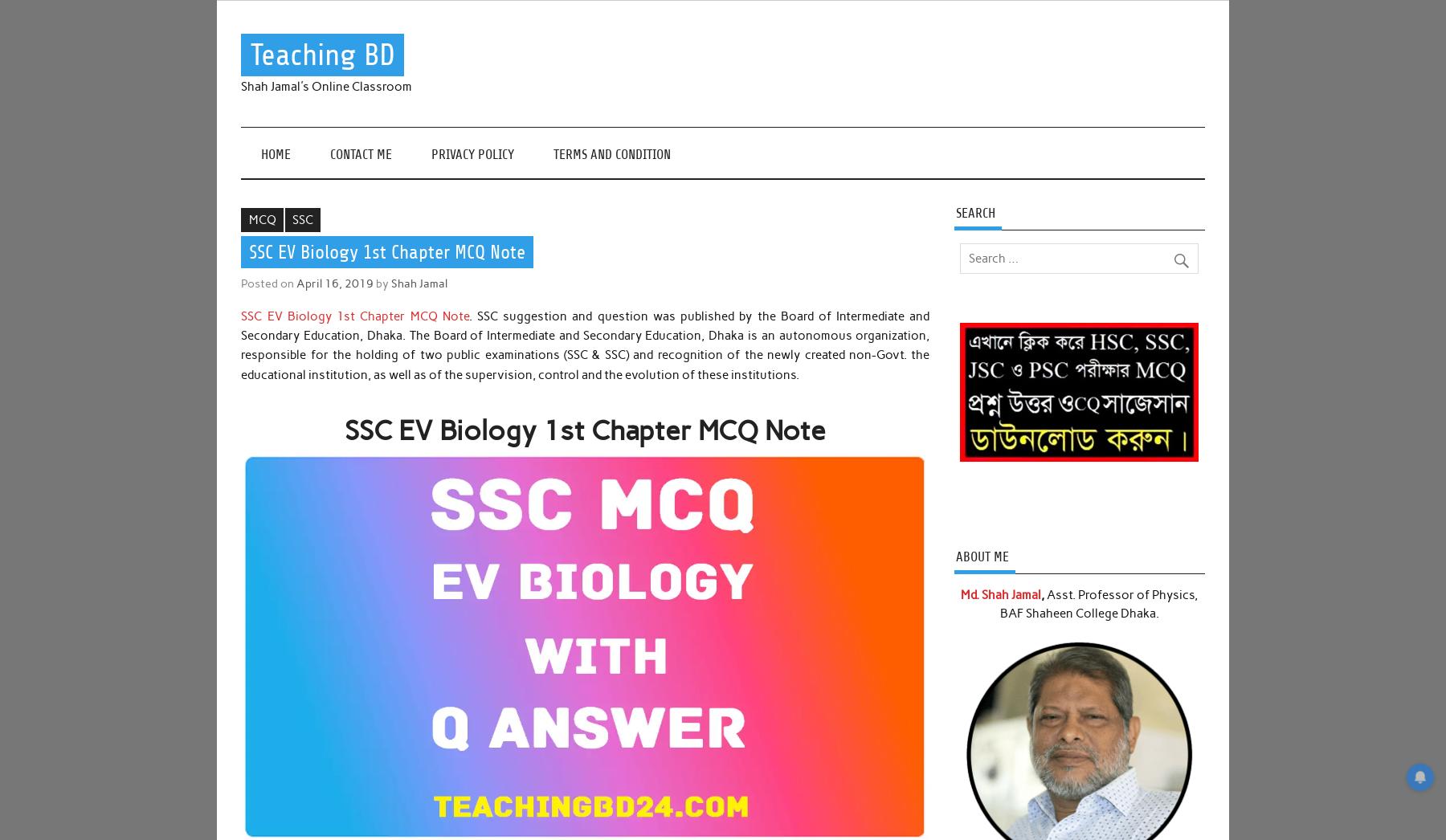  I want to click on ',', so click(1042, 593).